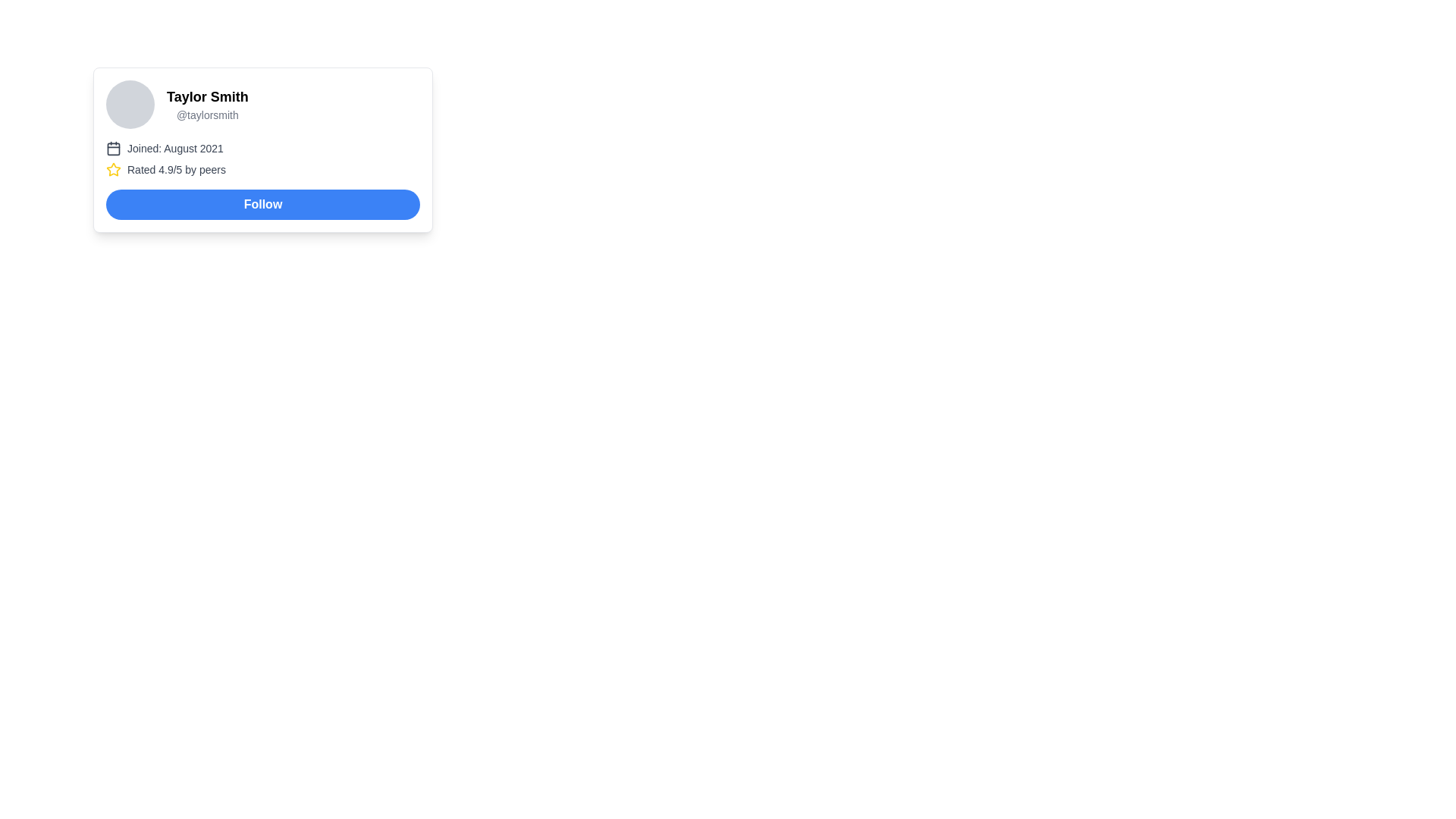 The image size is (1456, 819). Describe the element at coordinates (112, 169) in the screenshot. I see `the star icon located in the bottom-left section of the user information card, positioned to the left of the text 'Rated 4.9/5 by peers'` at that location.